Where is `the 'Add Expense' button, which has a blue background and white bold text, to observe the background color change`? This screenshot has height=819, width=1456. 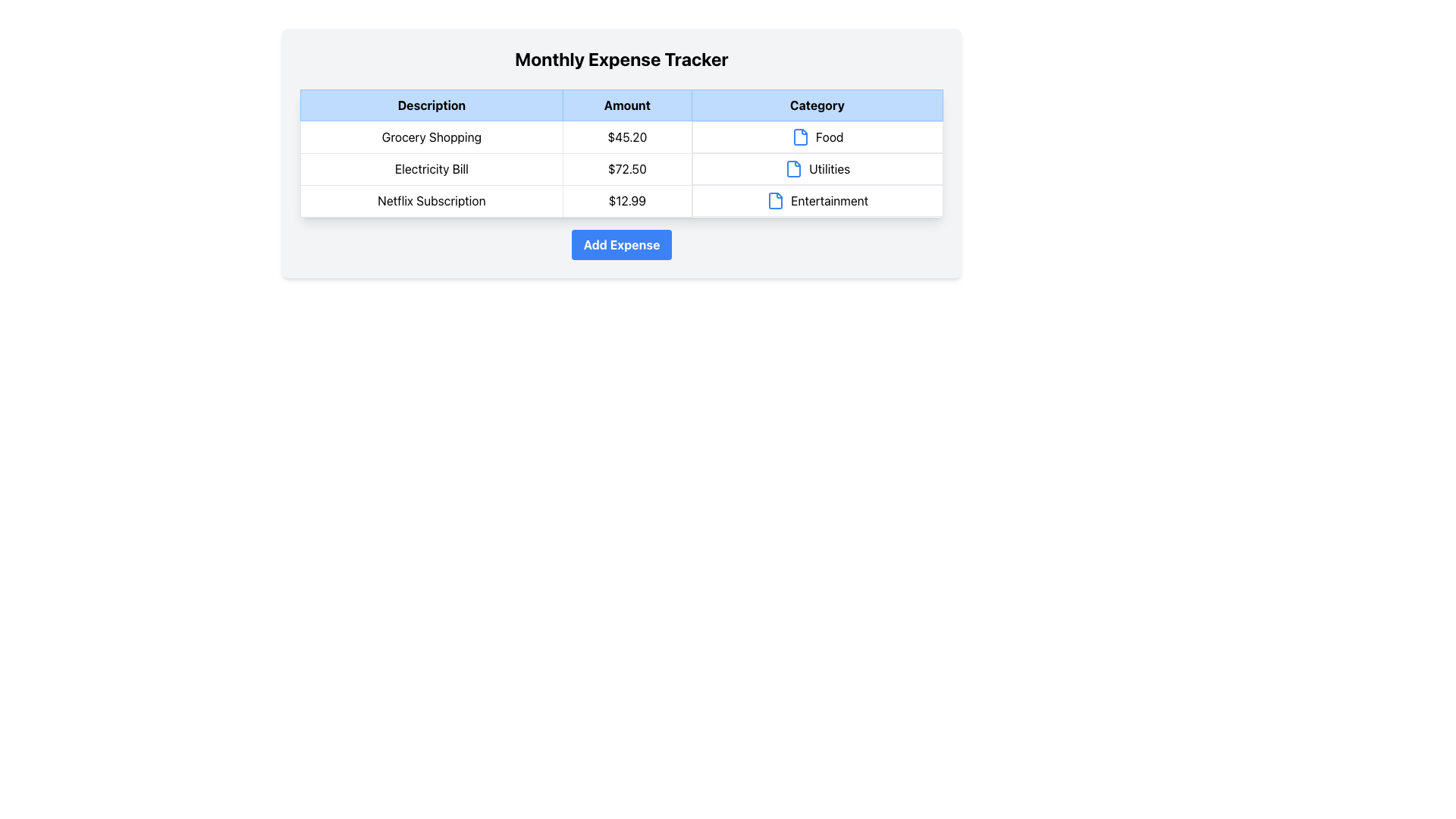 the 'Add Expense' button, which has a blue background and white bold text, to observe the background color change is located at coordinates (622, 243).